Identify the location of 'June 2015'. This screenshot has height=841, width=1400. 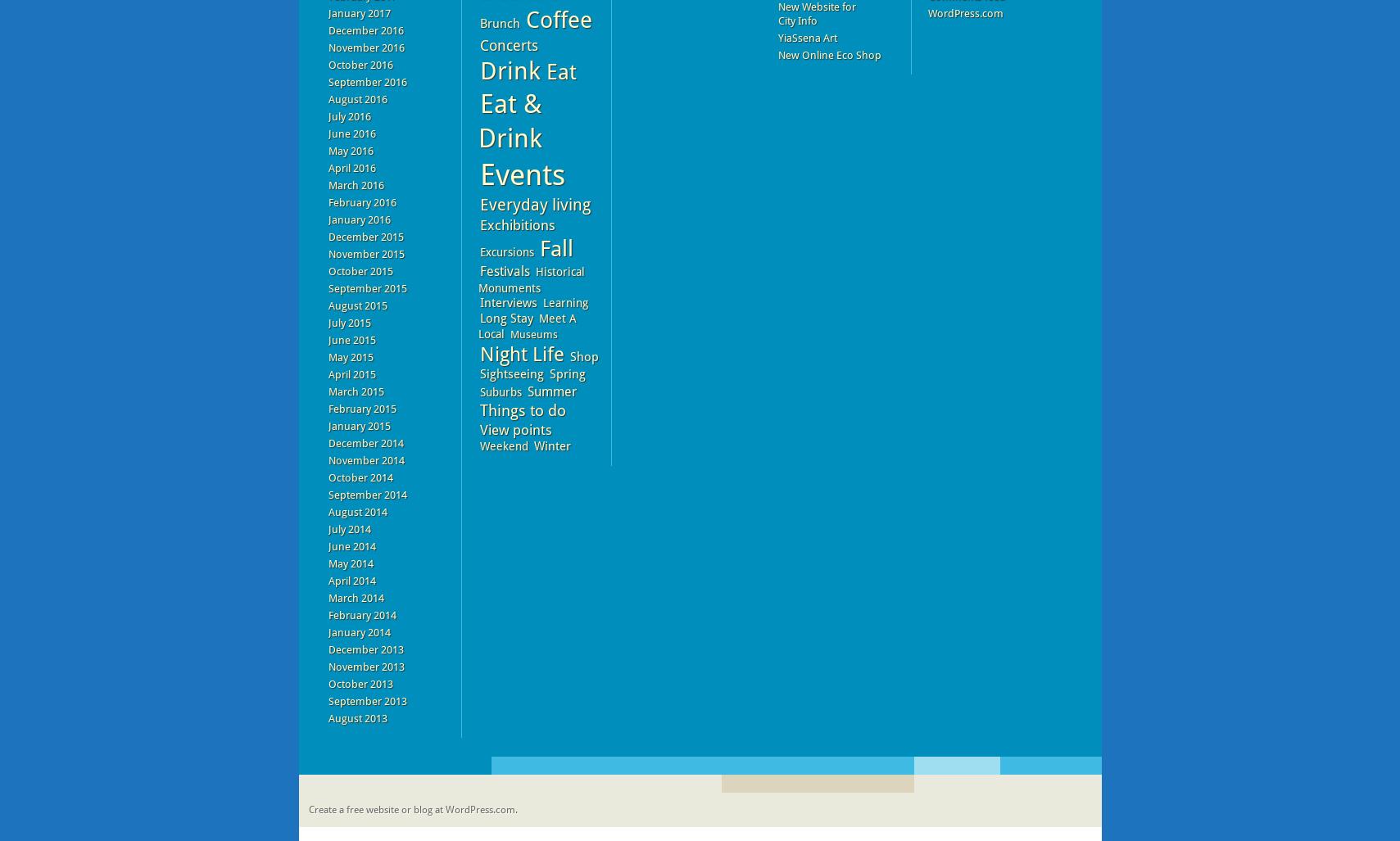
(351, 339).